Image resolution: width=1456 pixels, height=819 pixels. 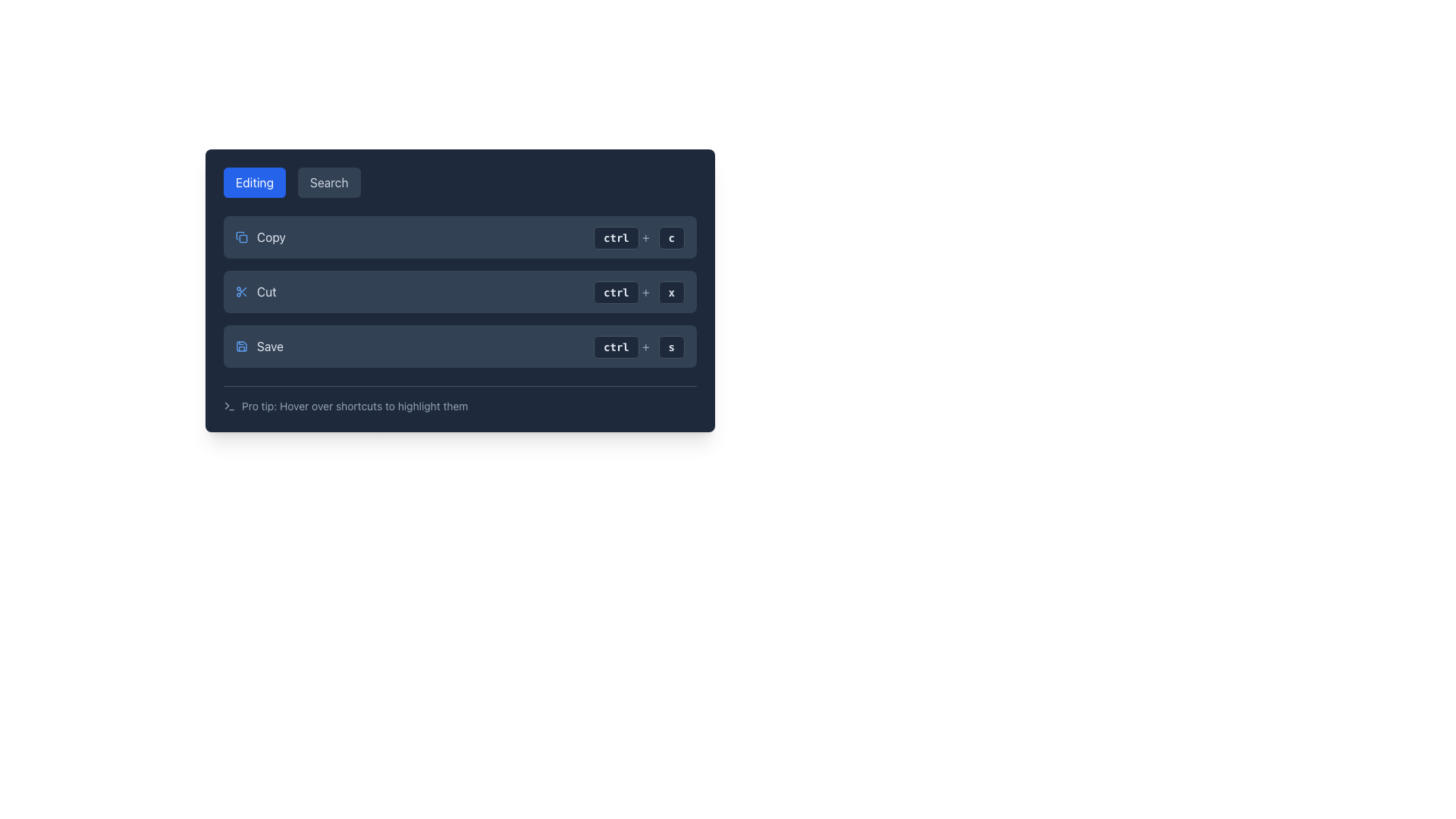 What do you see at coordinates (639, 346) in the screenshot?
I see `the keyboard shortcut display component that represents the 'Ctrl + S' combination, which is located in the 'Save' section and is the third element in the list of shortcut definitions` at bounding box center [639, 346].